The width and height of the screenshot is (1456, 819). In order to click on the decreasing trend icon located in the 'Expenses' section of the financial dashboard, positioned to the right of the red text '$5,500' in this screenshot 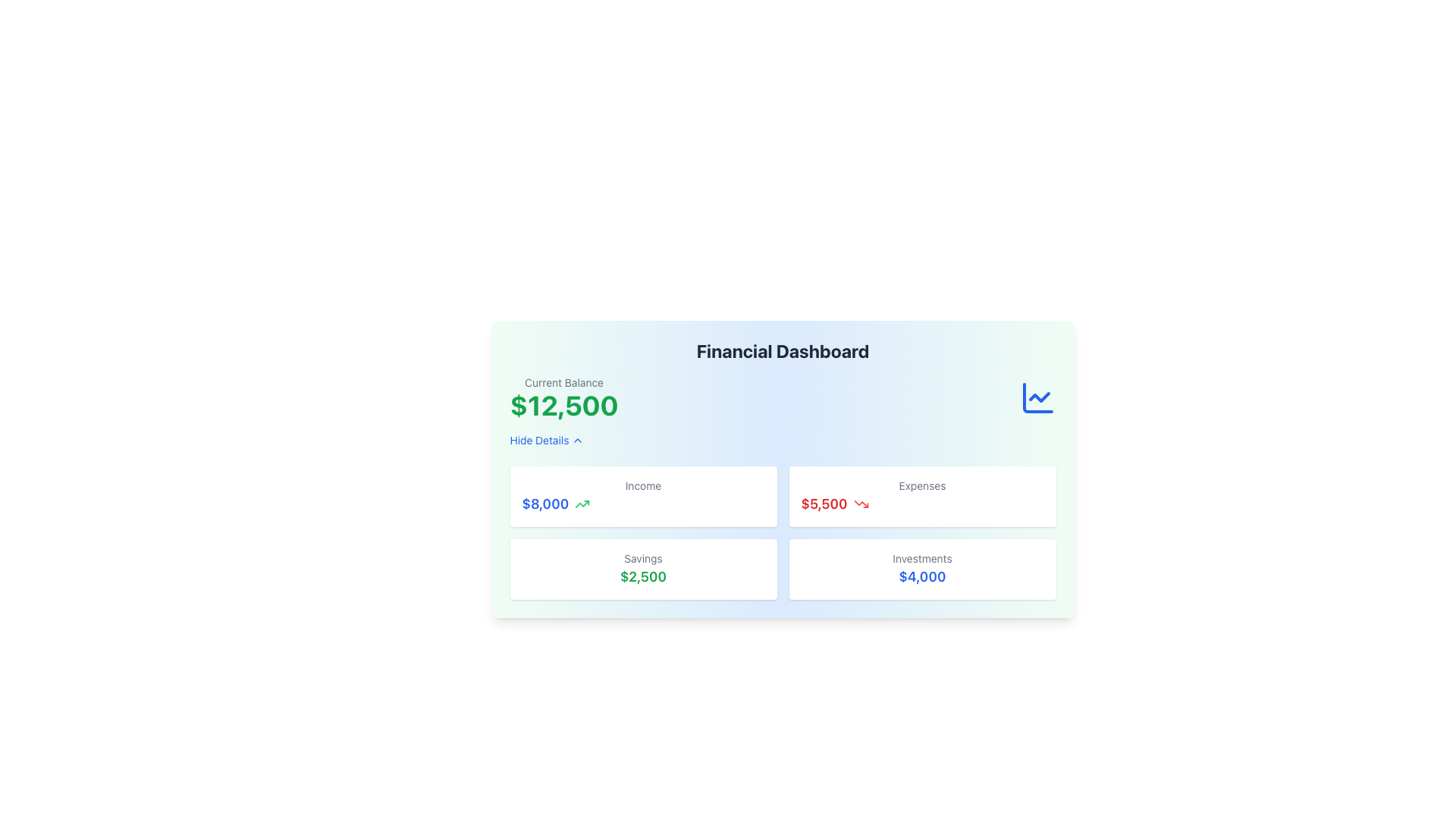, I will do `click(861, 504)`.